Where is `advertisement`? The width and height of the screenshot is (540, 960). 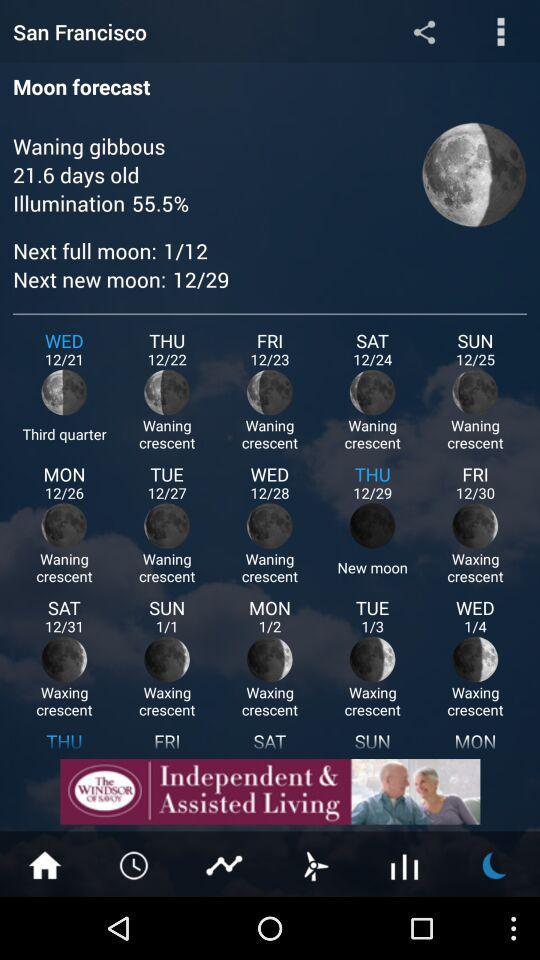
advertisement is located at coordinates (270, 791).